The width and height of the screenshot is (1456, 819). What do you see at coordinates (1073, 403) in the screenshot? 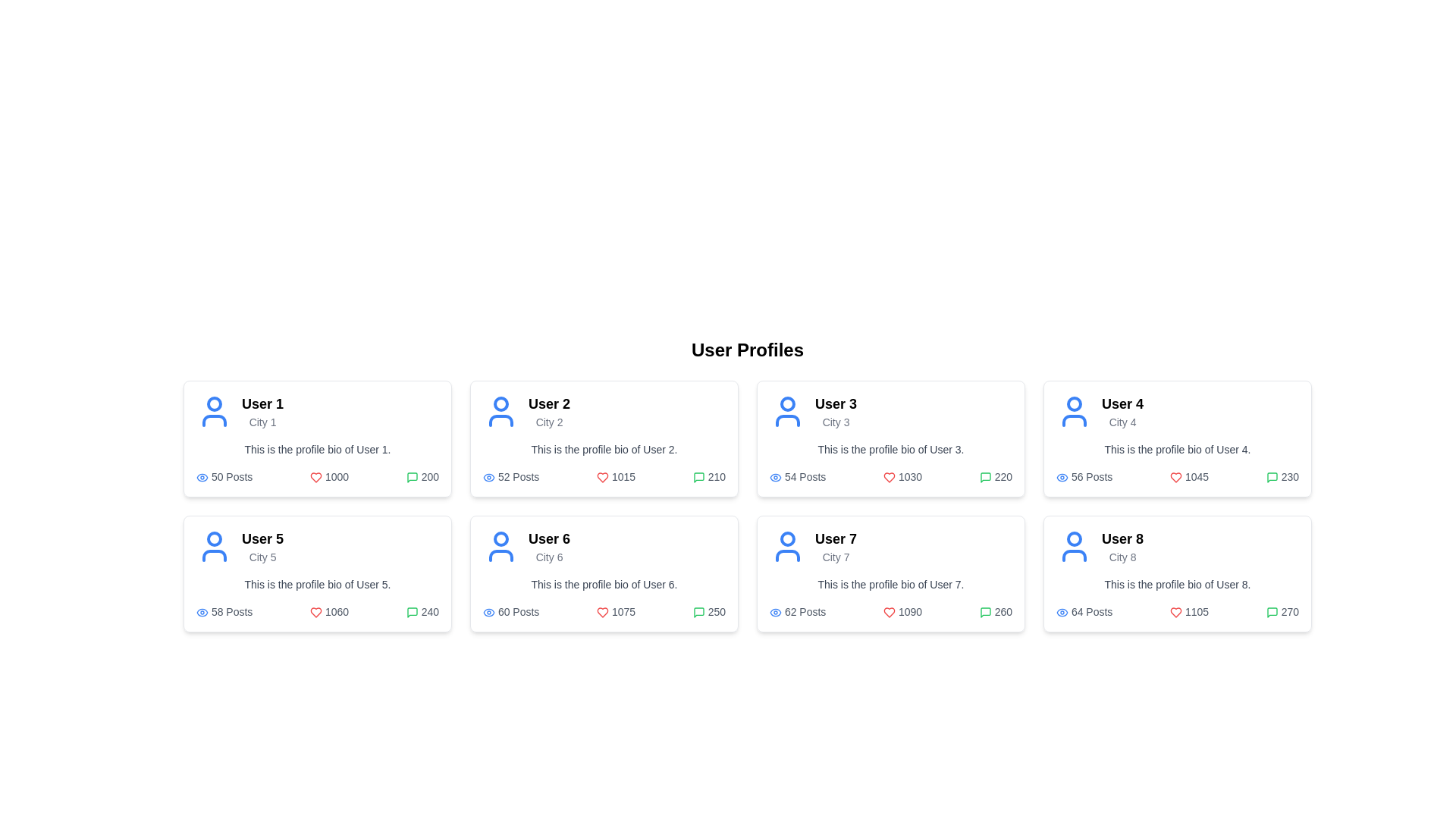
I see `the circular iconography component representing the user's head in the profile icon of 'User 4' located in the second row and second column of the profile card grid layout` at bounding box center [1073, 403].